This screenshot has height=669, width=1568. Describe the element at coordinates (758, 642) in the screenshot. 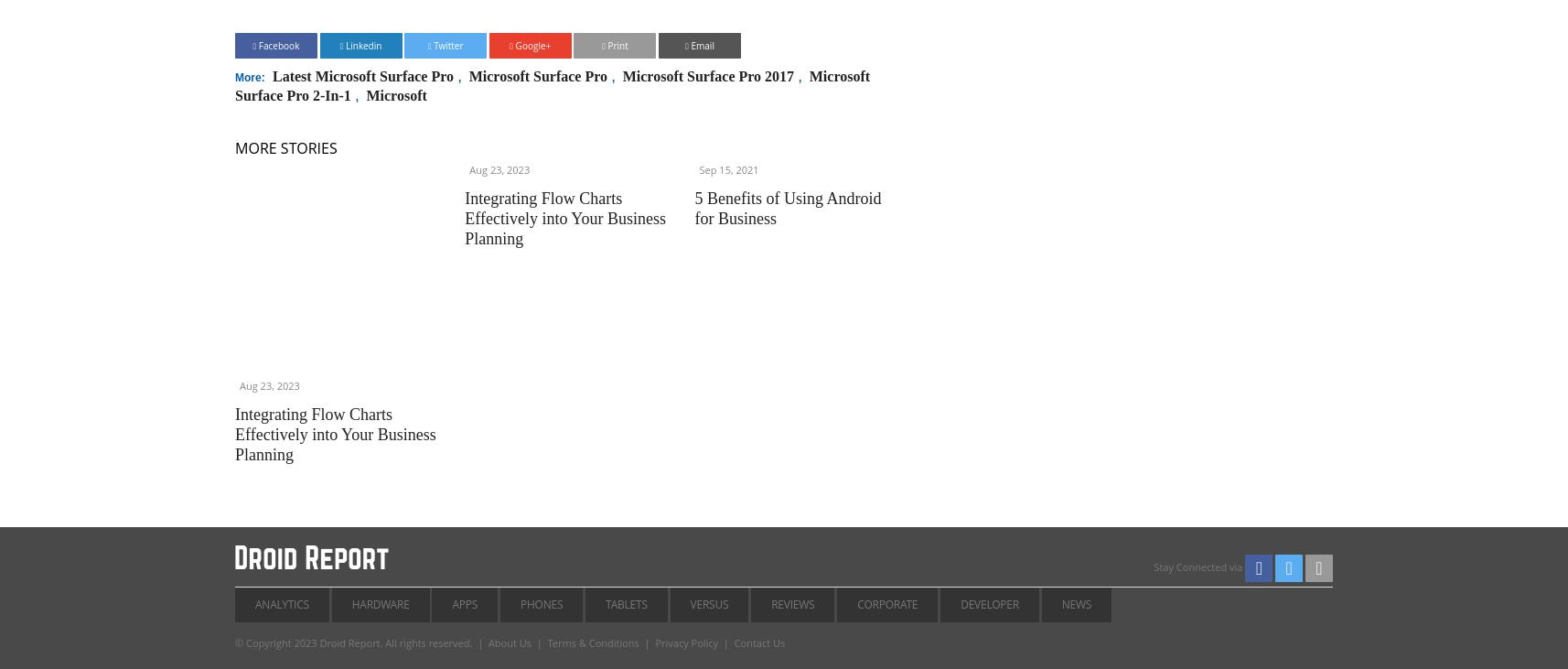

I see `'Contact Us'` at that location.